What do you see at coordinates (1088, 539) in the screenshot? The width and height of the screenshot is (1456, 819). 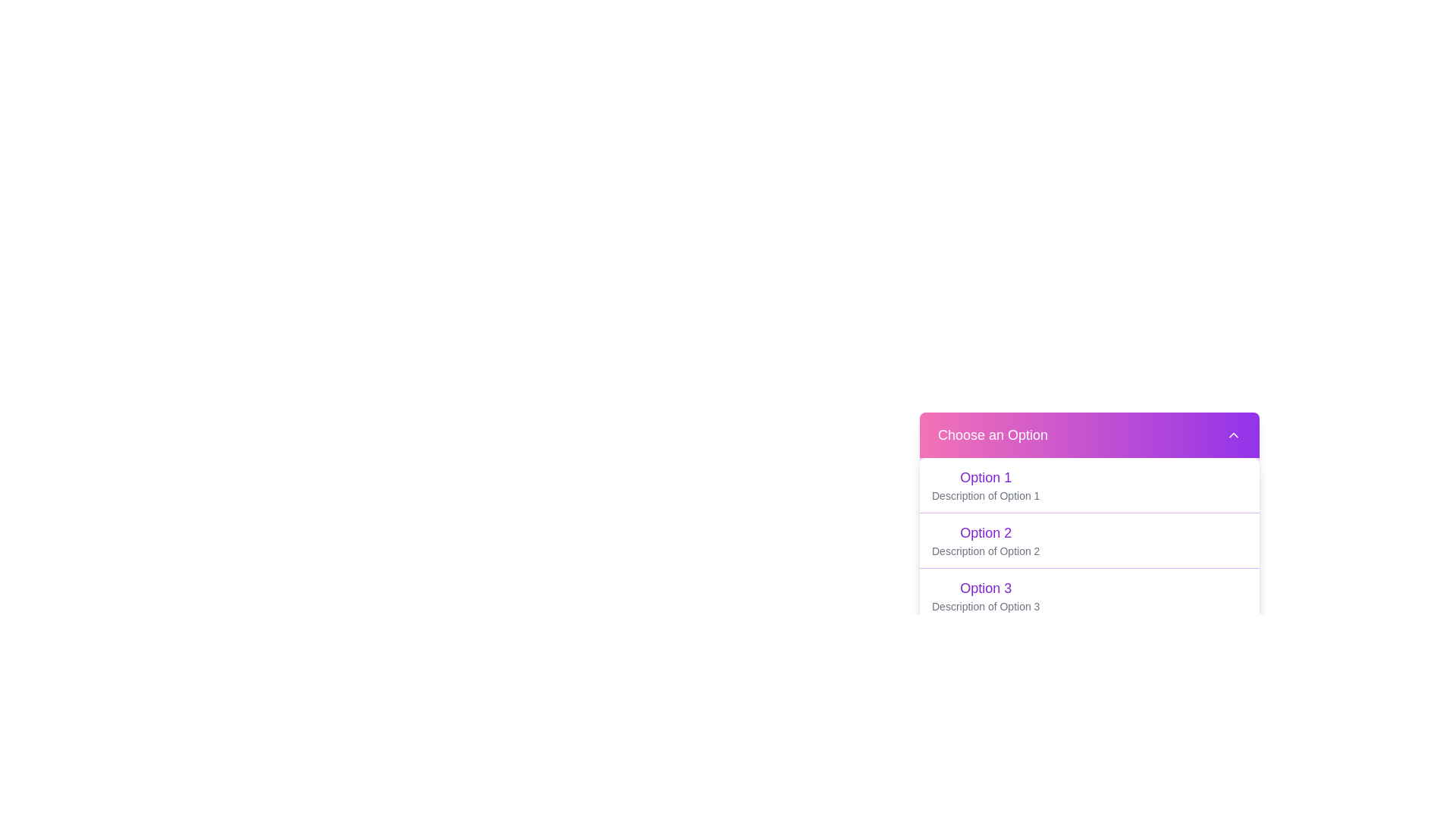 I see `the list item displaying 'Option 2' with a bold purple font` at bounding box center [1088, 539].